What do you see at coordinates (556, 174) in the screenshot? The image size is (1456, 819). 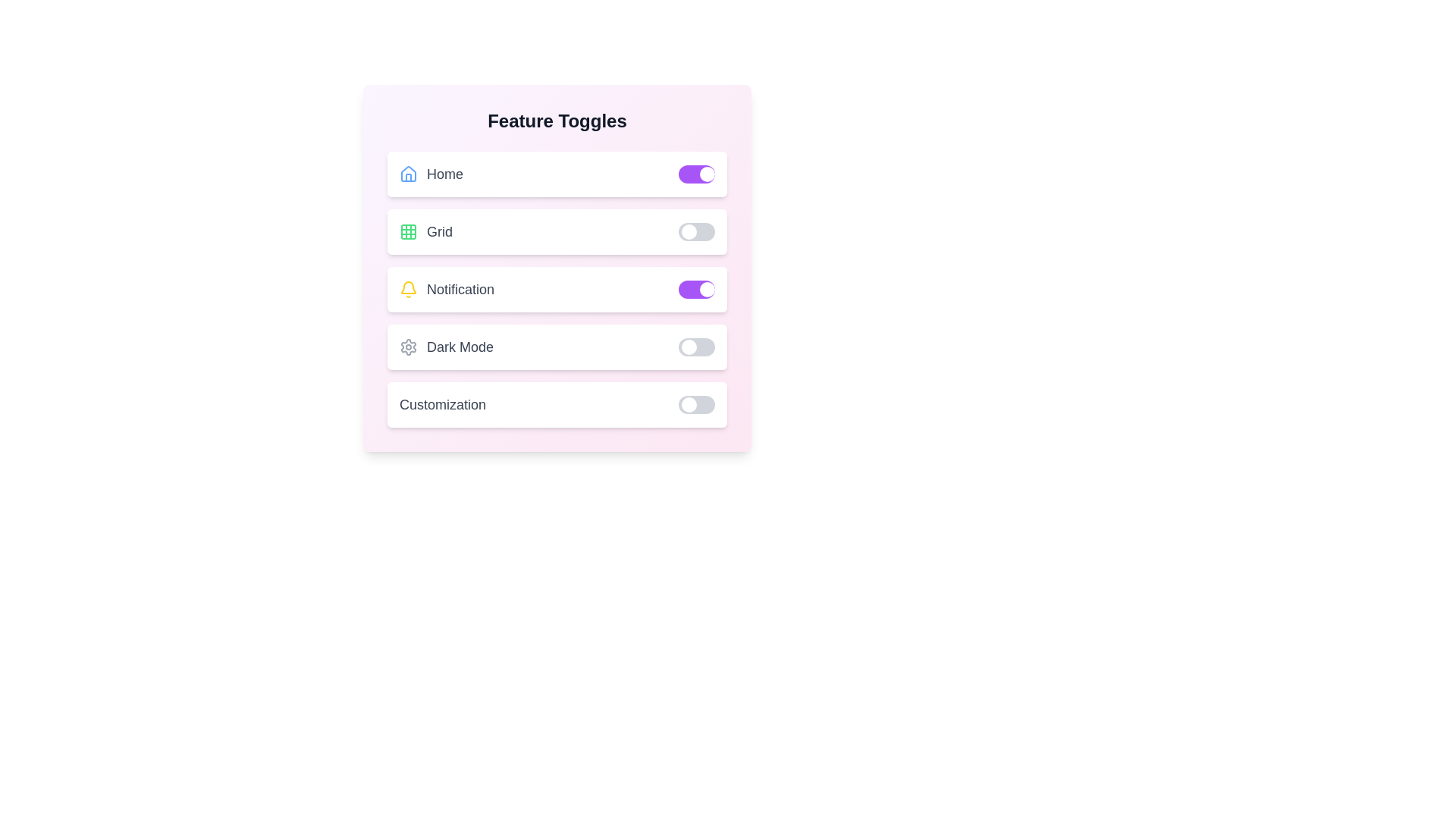 I see `the toggleable setting labeled 'Home' in the 'Feature Toggles' list` at bounding box center [556, 174].